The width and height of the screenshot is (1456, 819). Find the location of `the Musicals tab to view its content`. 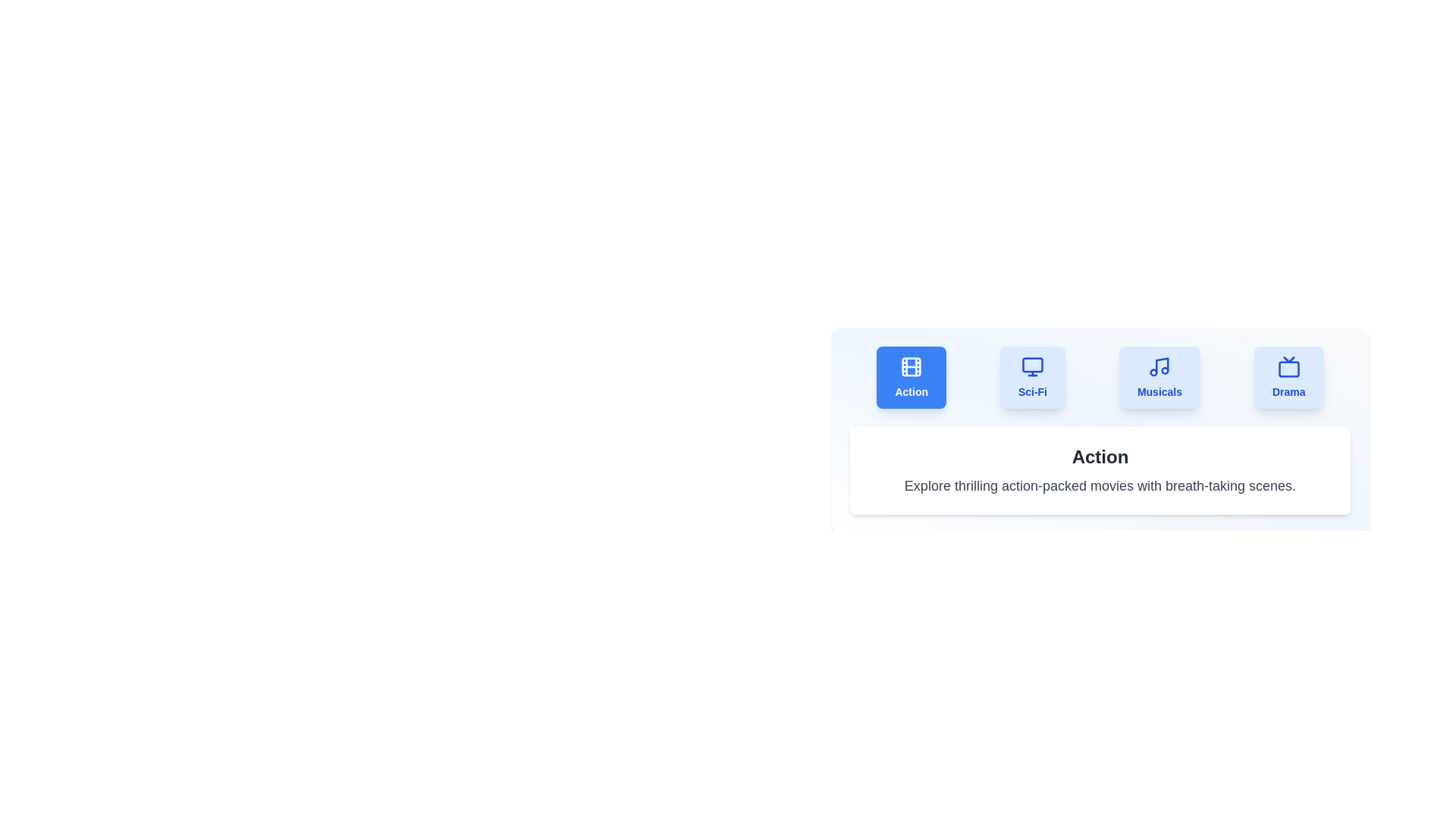

the Musicals tab to view its content is located at coordinates (1159, 376).